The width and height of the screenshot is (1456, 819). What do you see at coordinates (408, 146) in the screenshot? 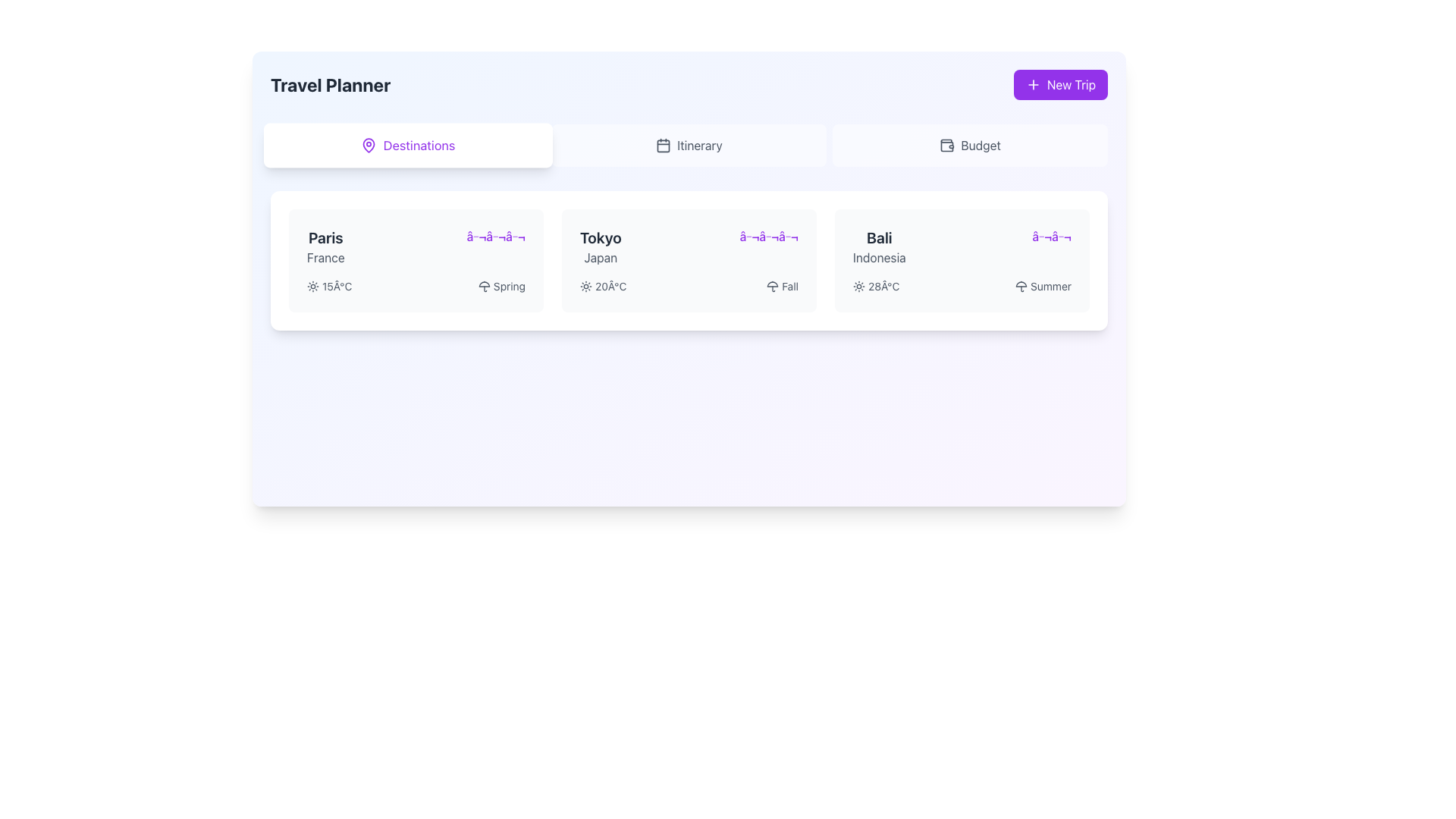
I see `the 'Destinations' button, which is the first button in a row of three navigation buttons located near the top of the interface` at bounding box center [408, 146].